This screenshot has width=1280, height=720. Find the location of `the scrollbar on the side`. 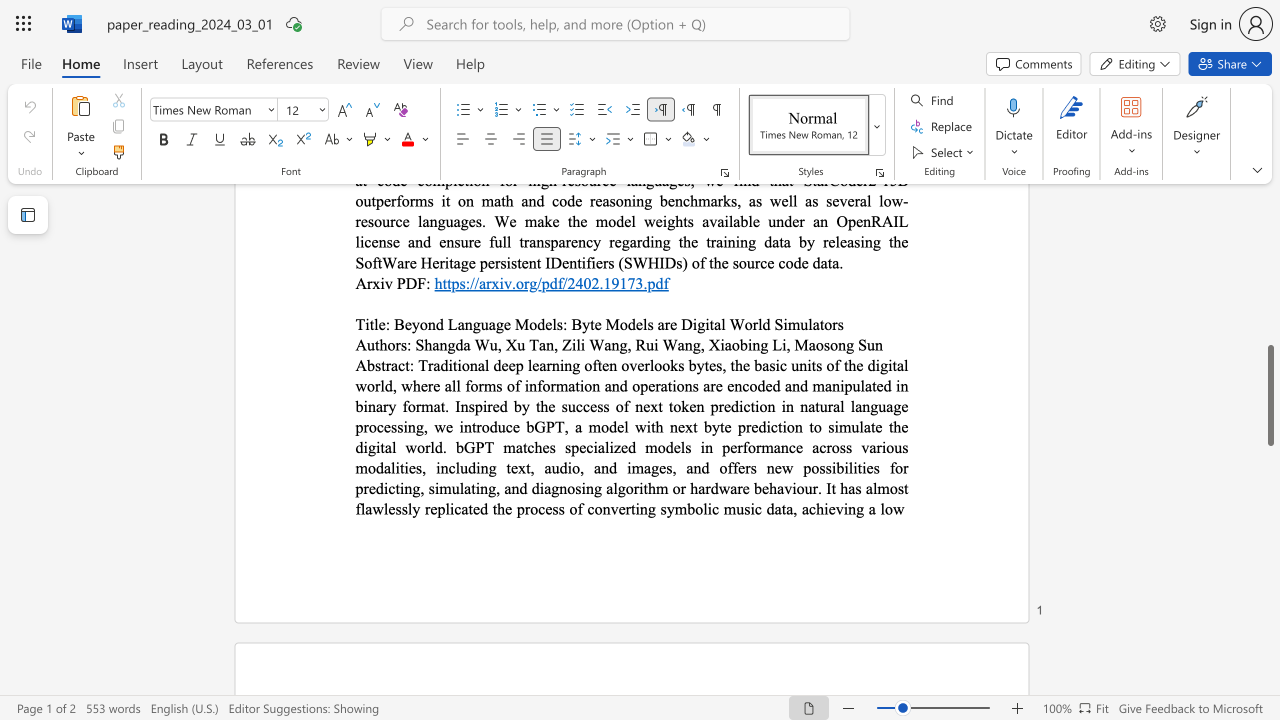

the scrollbar on the side is located at coordinates (1269, 270).